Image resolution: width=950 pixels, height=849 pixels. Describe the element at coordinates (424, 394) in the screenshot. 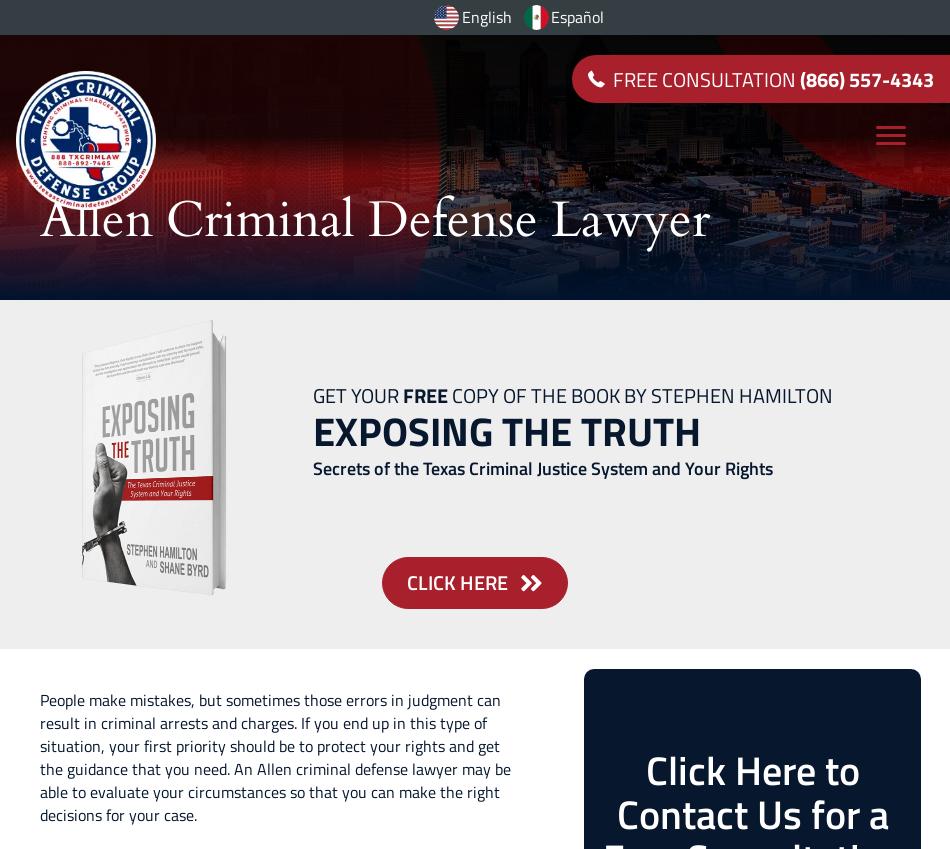

I see `'FREE'` at that location.